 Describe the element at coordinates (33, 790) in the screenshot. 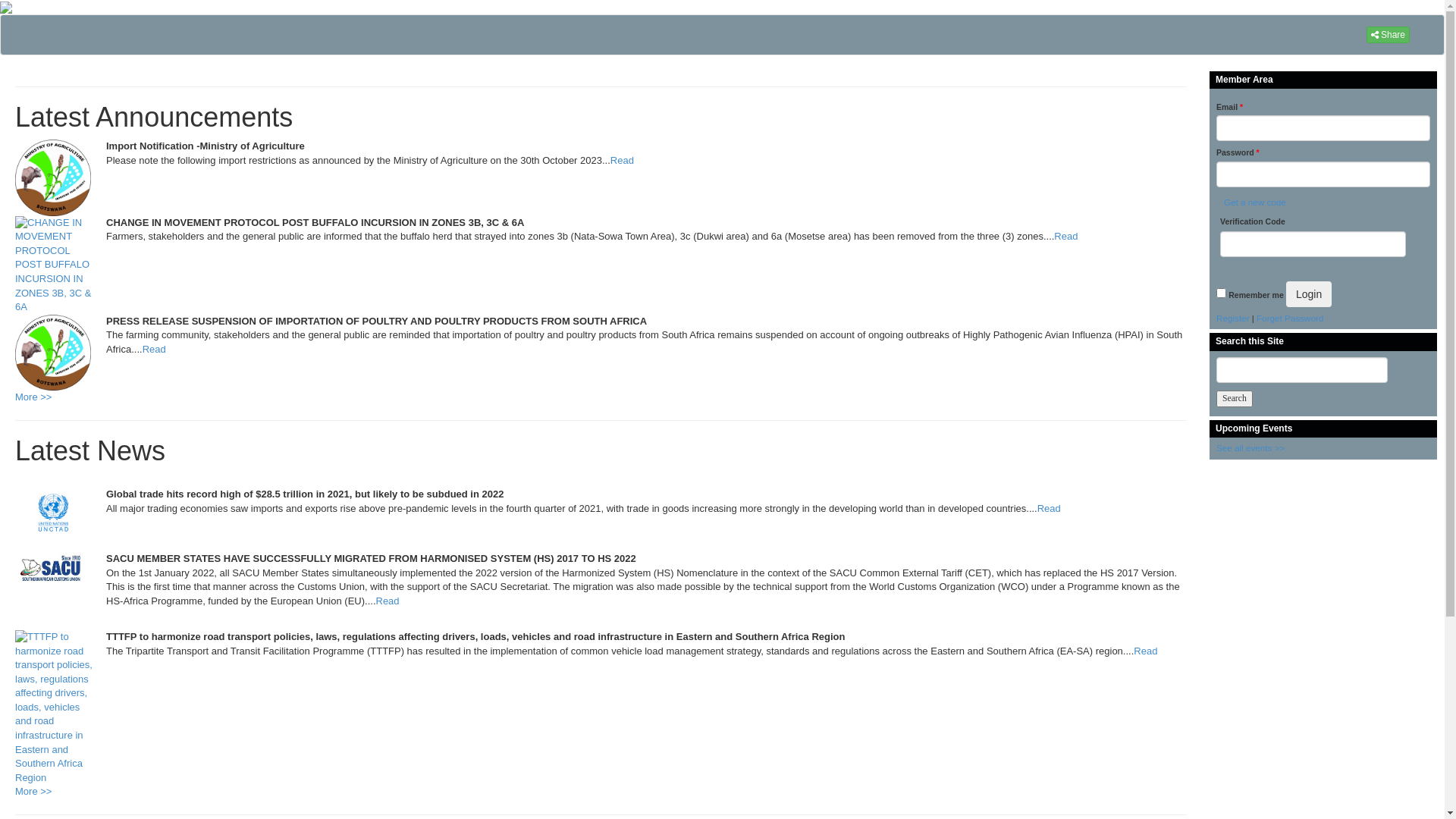

I see `'More >>'` at that location.